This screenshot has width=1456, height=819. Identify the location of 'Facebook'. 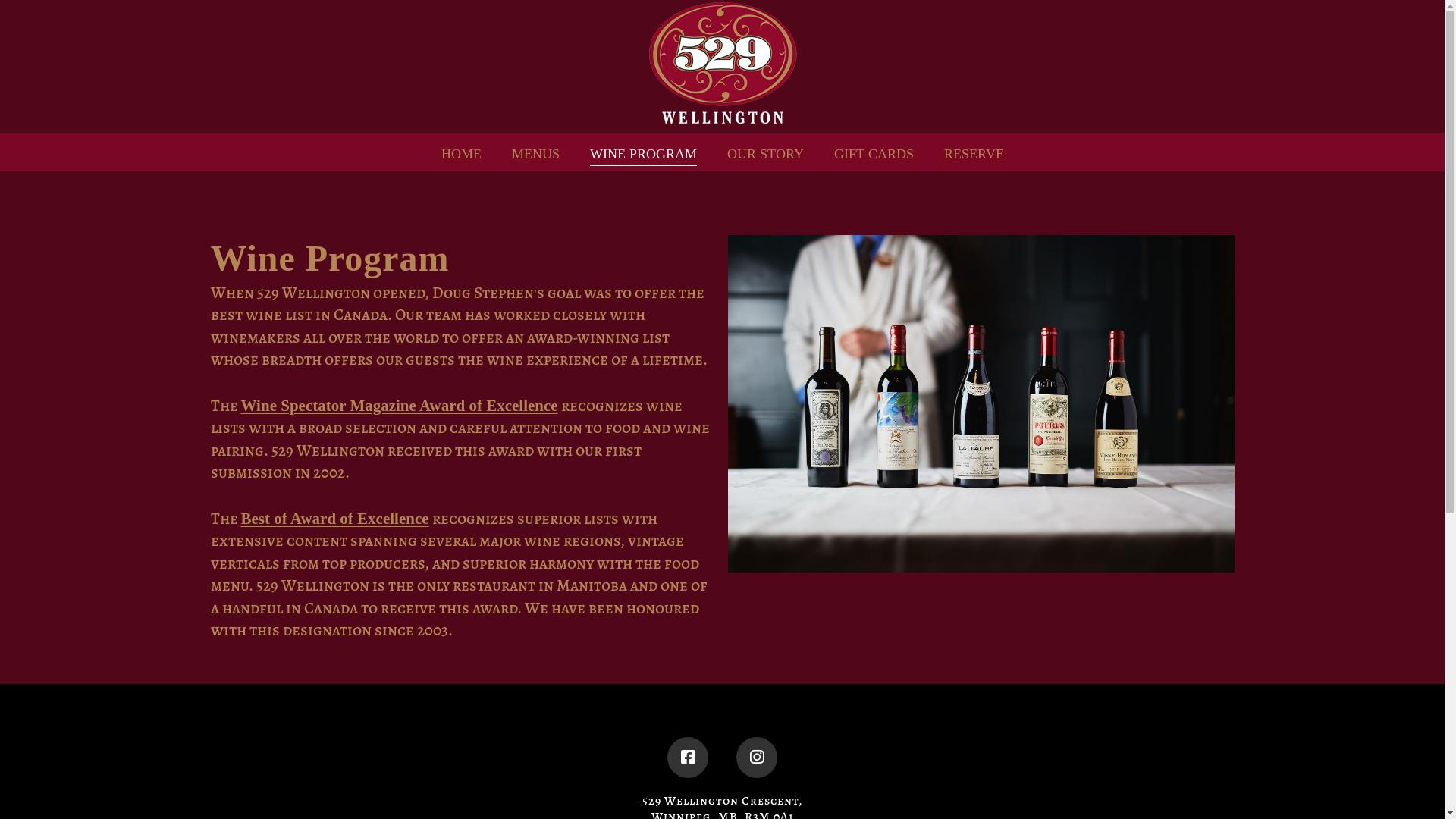
(687, 758).